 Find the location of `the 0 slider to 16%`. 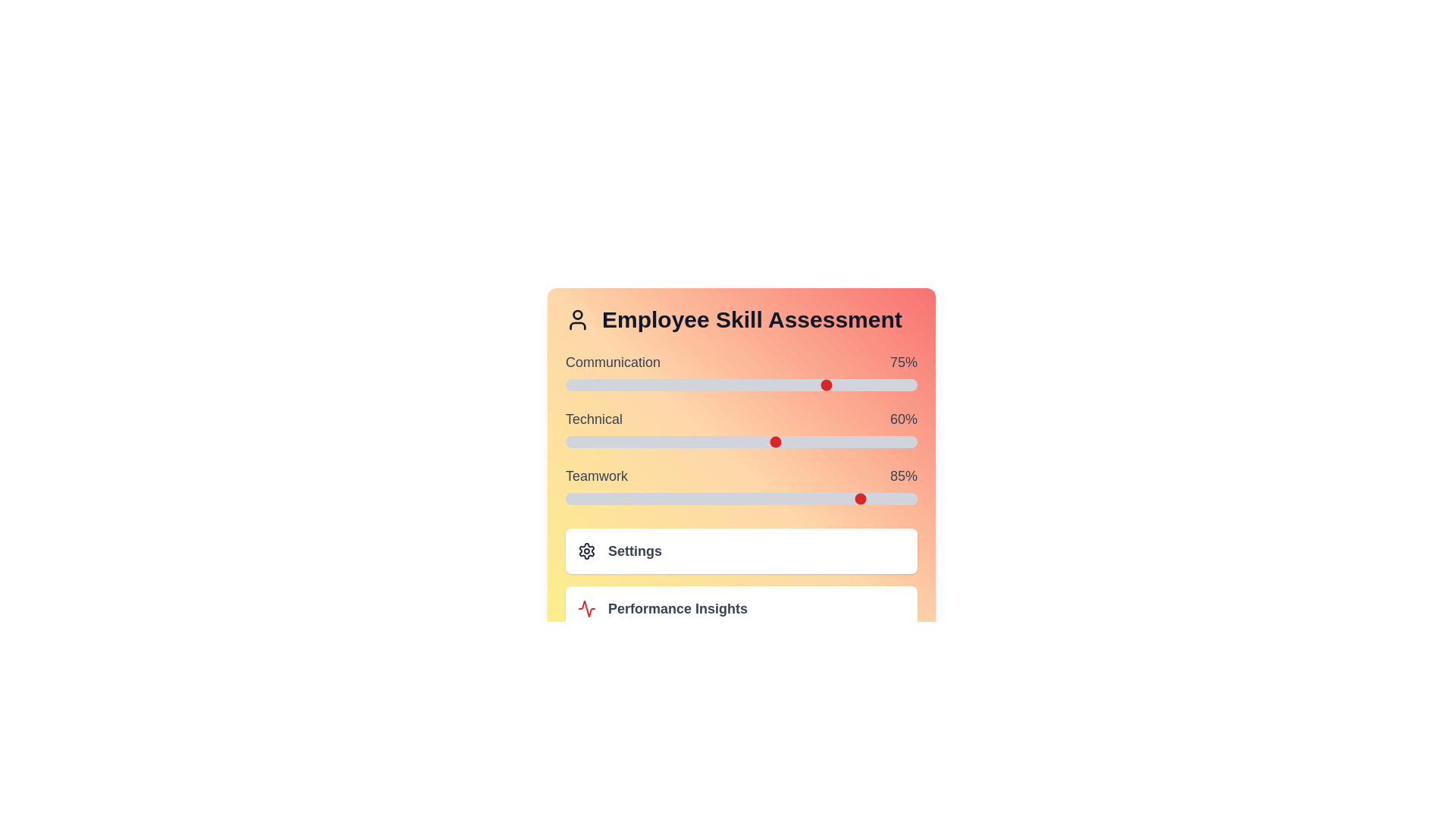

the 0 slider to 16% is located at coordinates (797, 384).